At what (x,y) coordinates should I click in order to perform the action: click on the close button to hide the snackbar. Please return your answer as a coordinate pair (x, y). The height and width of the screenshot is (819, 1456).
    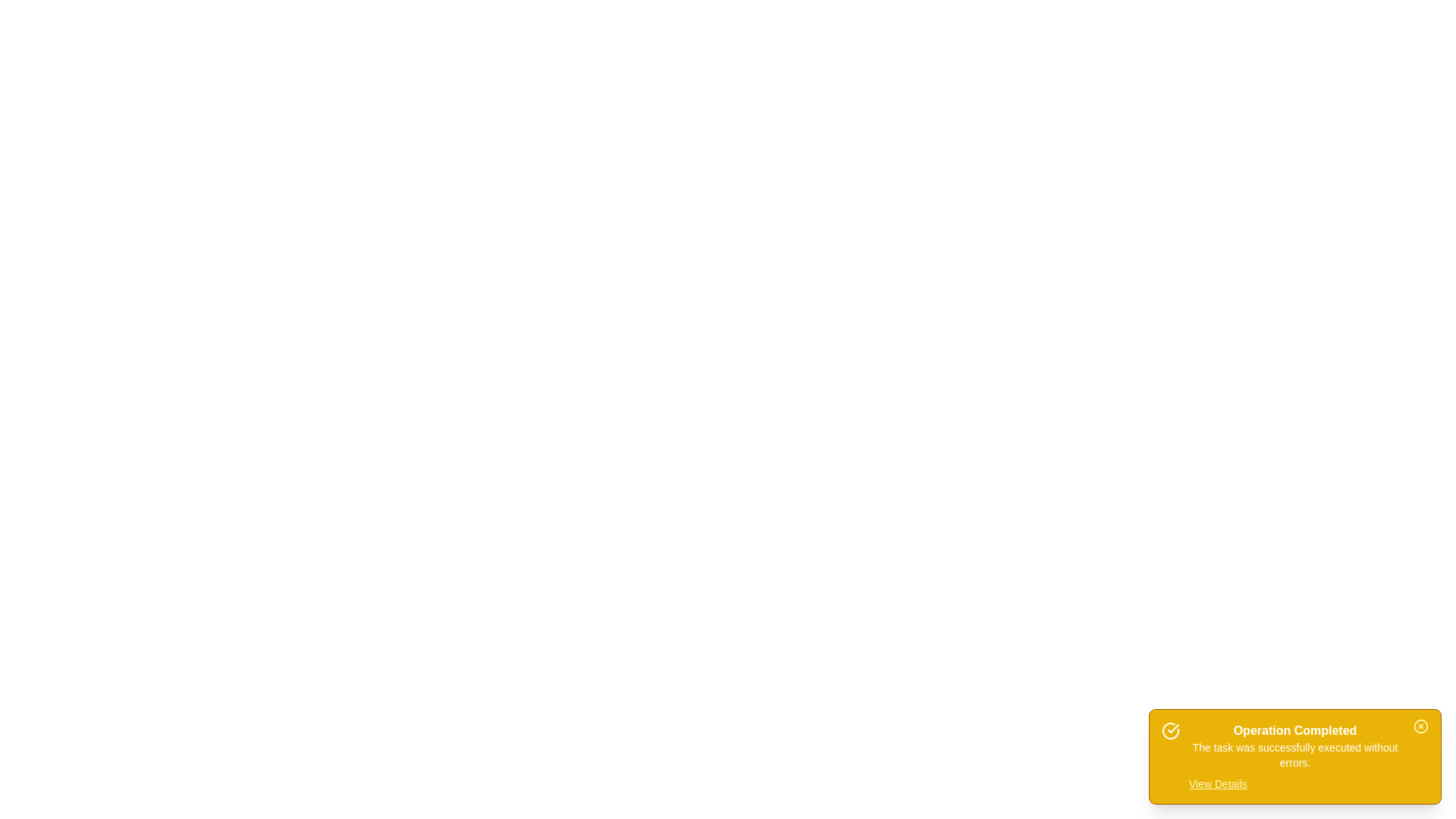
    Looking at the image, I should click on (1420, 725).